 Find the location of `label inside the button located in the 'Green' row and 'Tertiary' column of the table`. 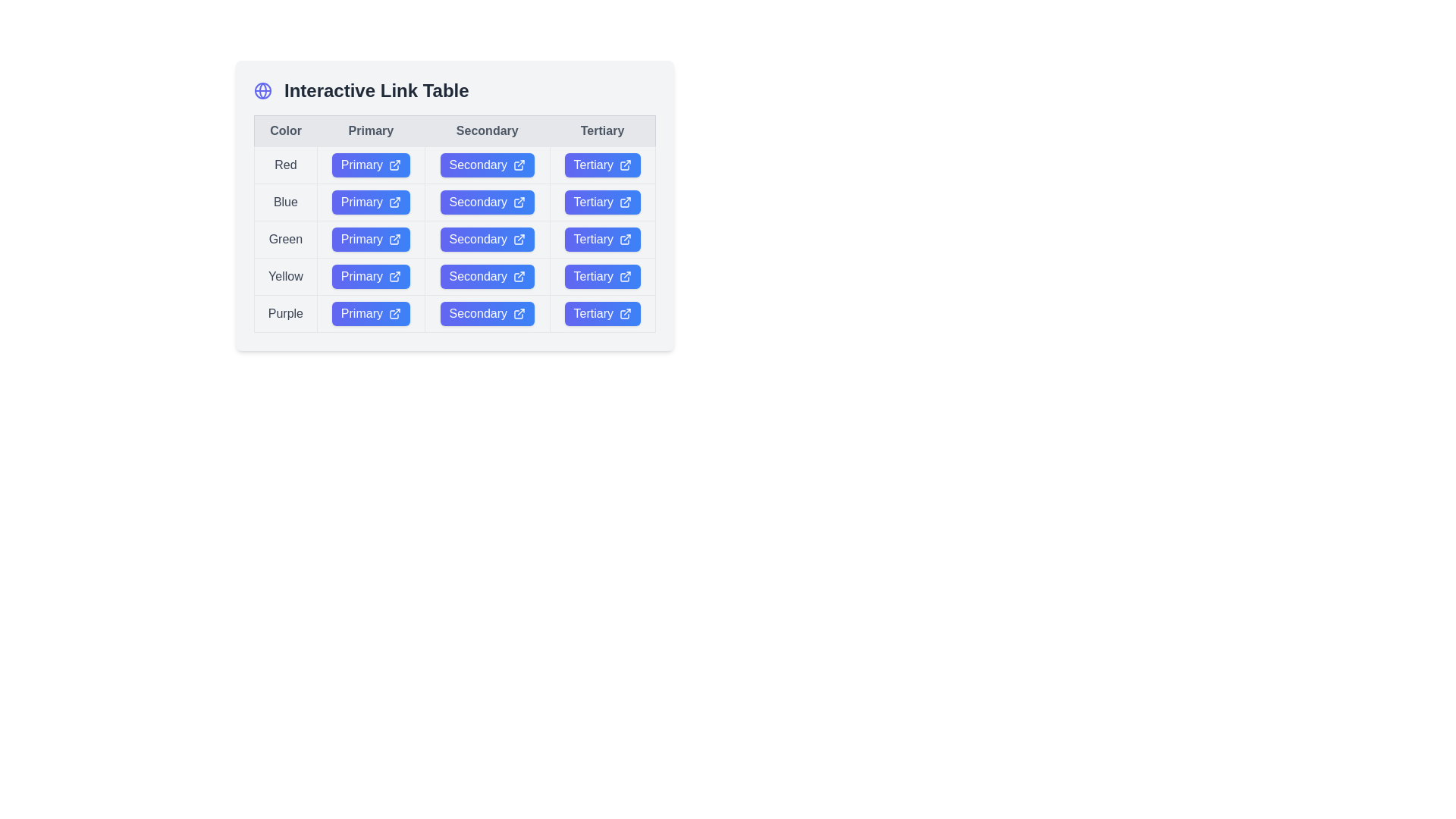

label inside the button located in the 'Green' row and 'Tertiary' column of the table is located at coordinates (592, 239).